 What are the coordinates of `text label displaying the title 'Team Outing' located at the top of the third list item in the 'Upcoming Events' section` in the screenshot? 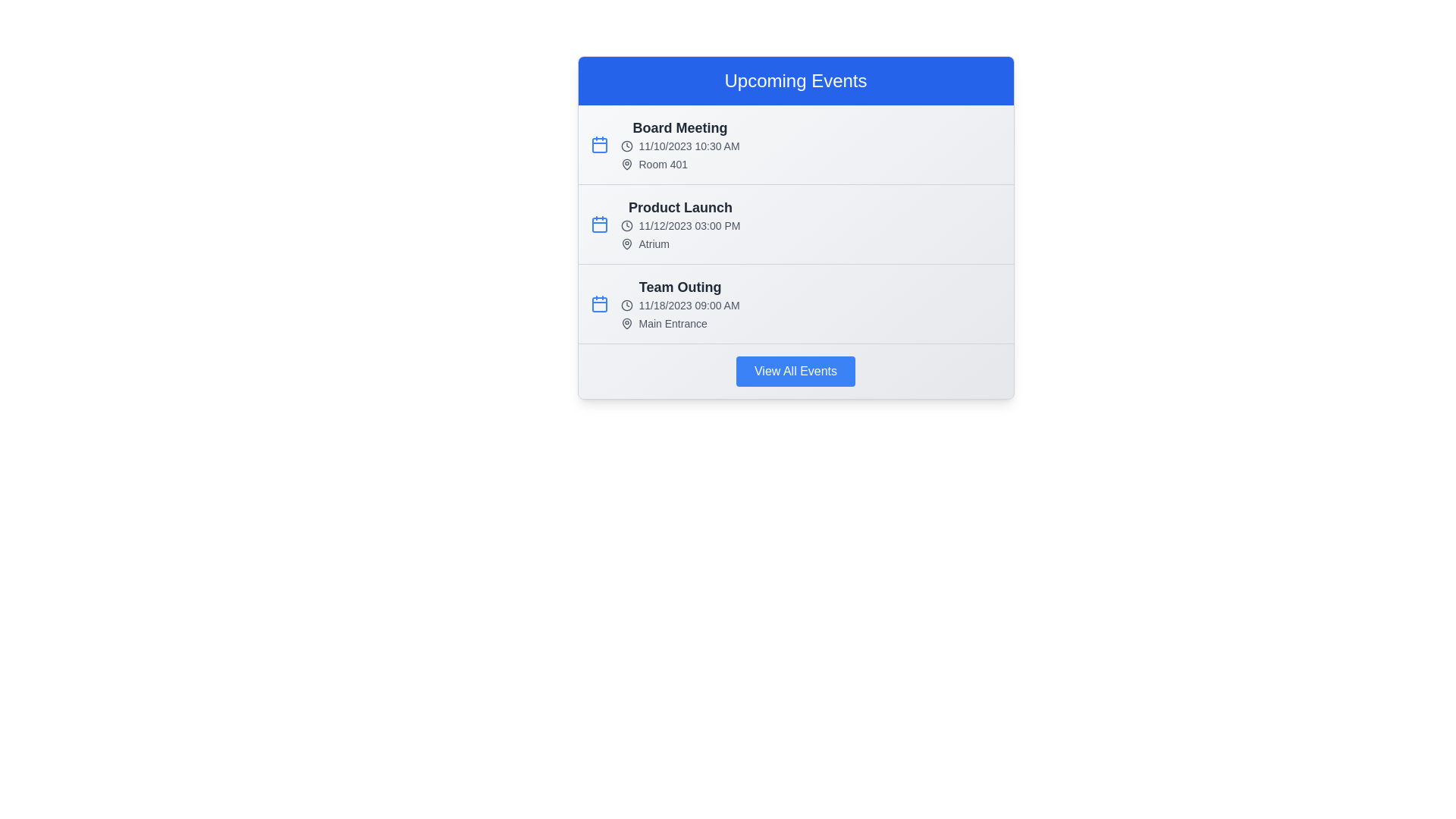 It's located at (679, 287).